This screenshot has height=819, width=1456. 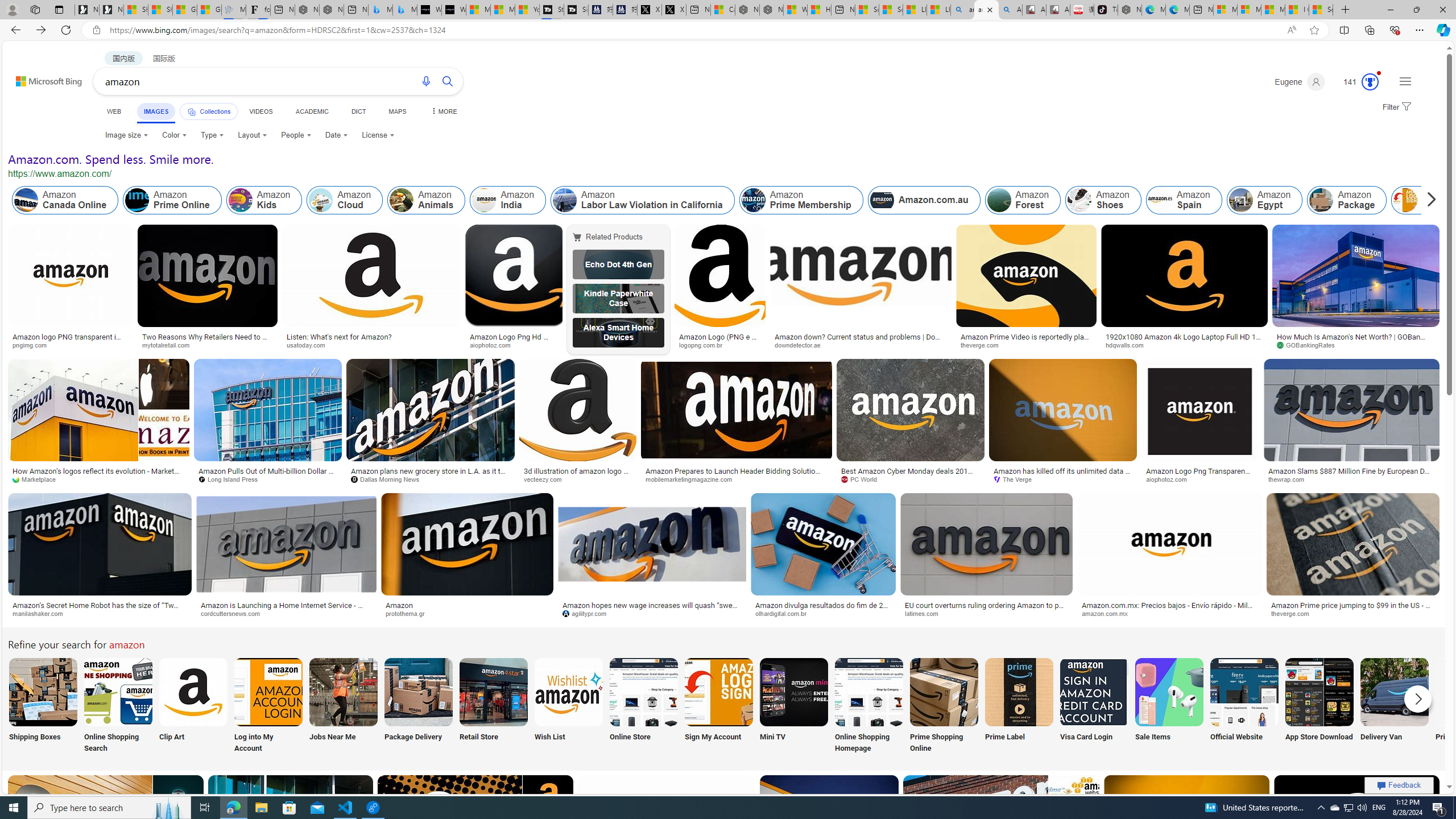 I want to click on 'Amazon Shoes', so click(x=1103, y=200).